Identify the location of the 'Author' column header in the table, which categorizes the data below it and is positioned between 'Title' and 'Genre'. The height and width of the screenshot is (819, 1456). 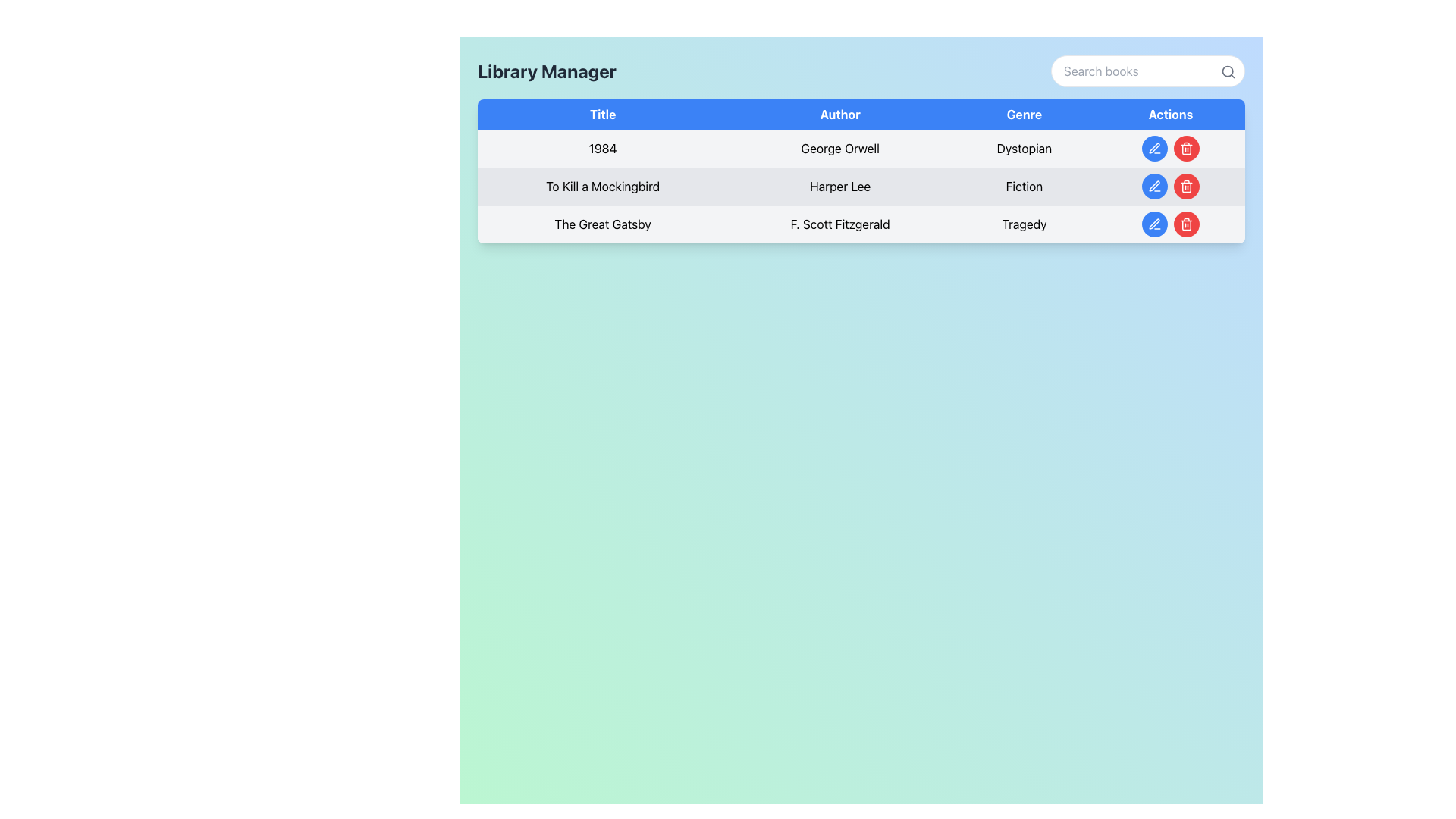
(839, 113).